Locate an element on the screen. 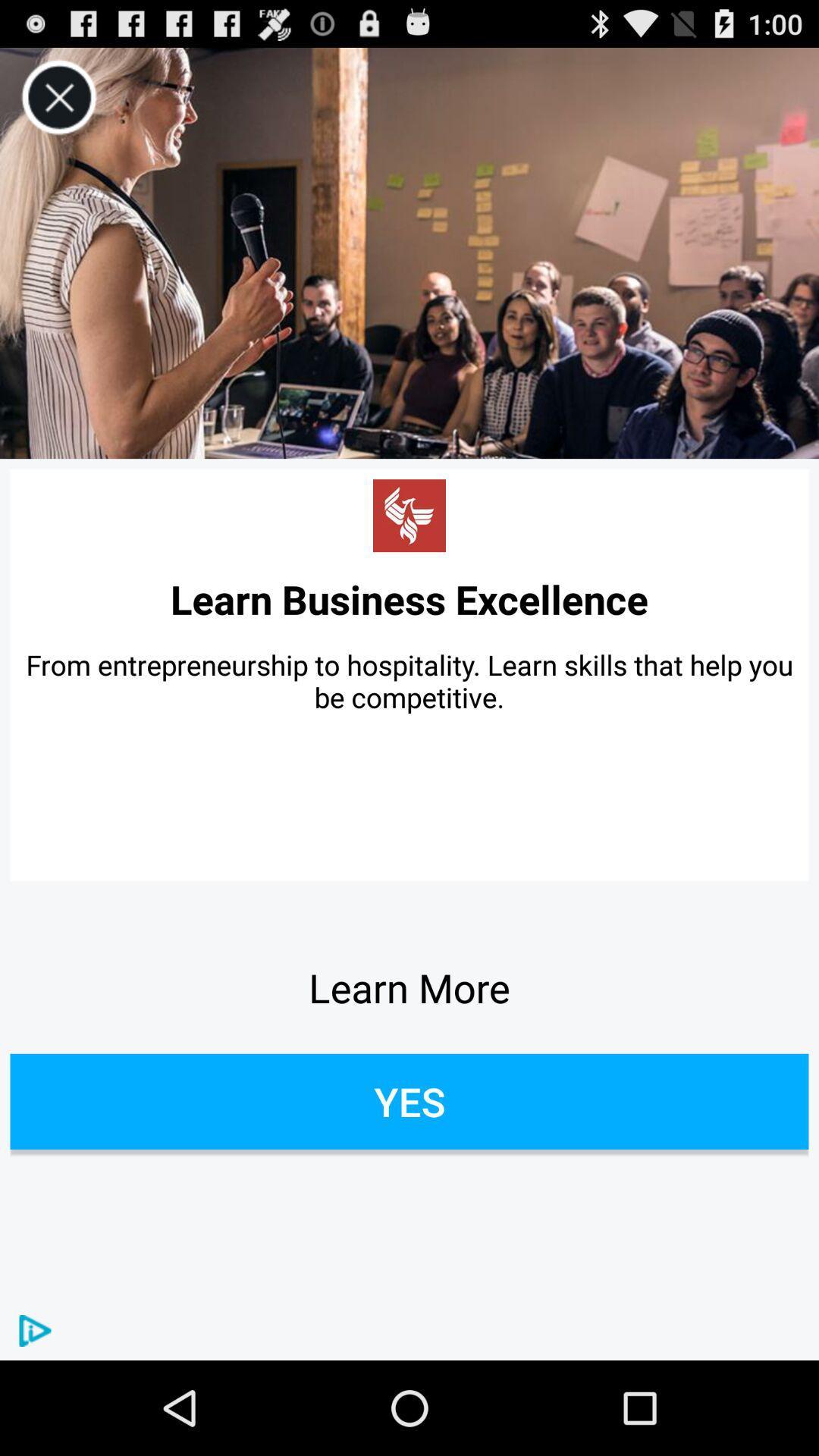 Image resolution: width=819 pixels, height=1456 pixels. from entrepreneurship to is located at coordinates (409, 680).